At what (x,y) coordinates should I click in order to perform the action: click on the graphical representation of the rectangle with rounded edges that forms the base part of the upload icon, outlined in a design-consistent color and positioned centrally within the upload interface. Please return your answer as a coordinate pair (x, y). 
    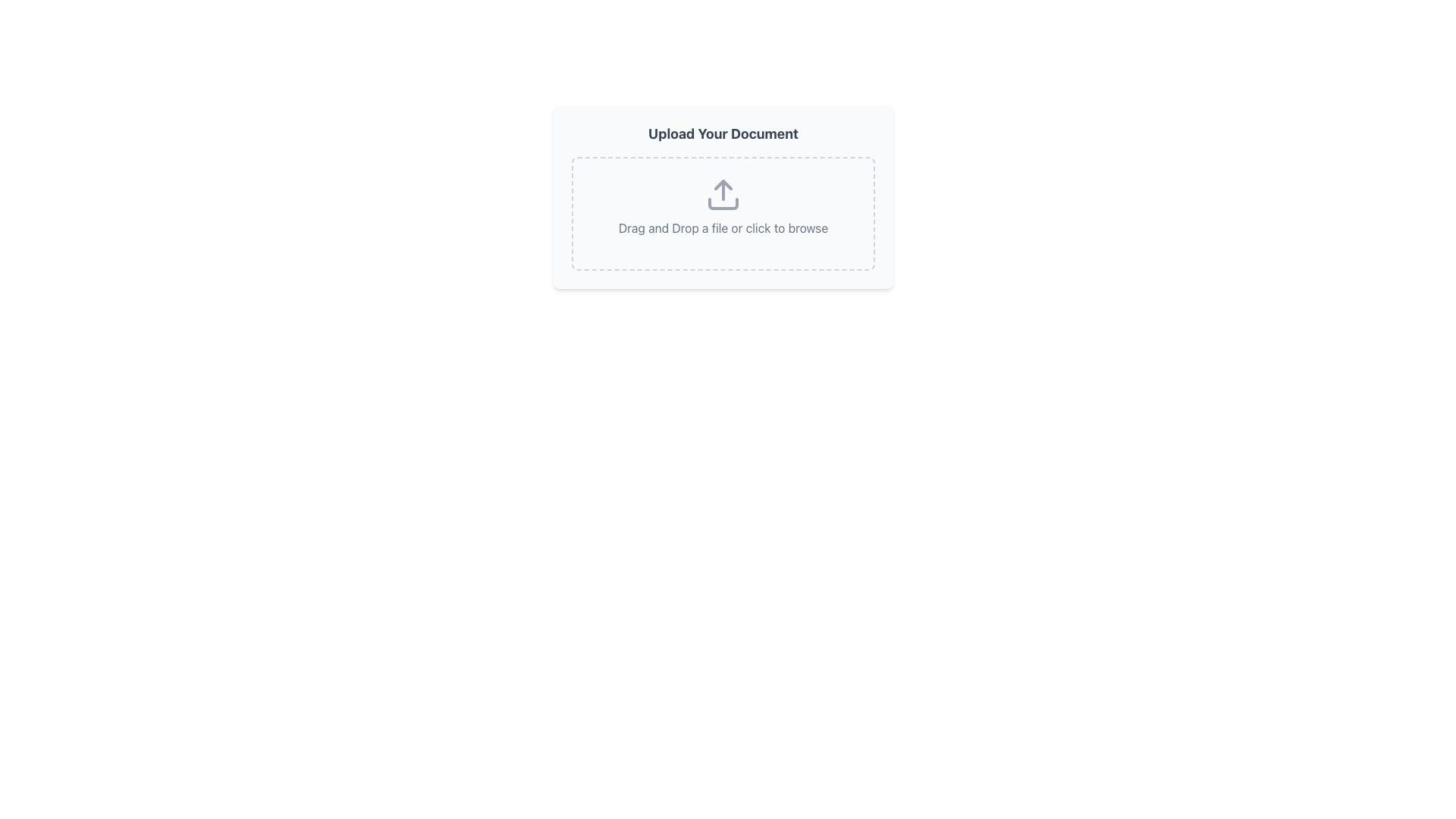
    Looking at the image, I should click on (723, 203).